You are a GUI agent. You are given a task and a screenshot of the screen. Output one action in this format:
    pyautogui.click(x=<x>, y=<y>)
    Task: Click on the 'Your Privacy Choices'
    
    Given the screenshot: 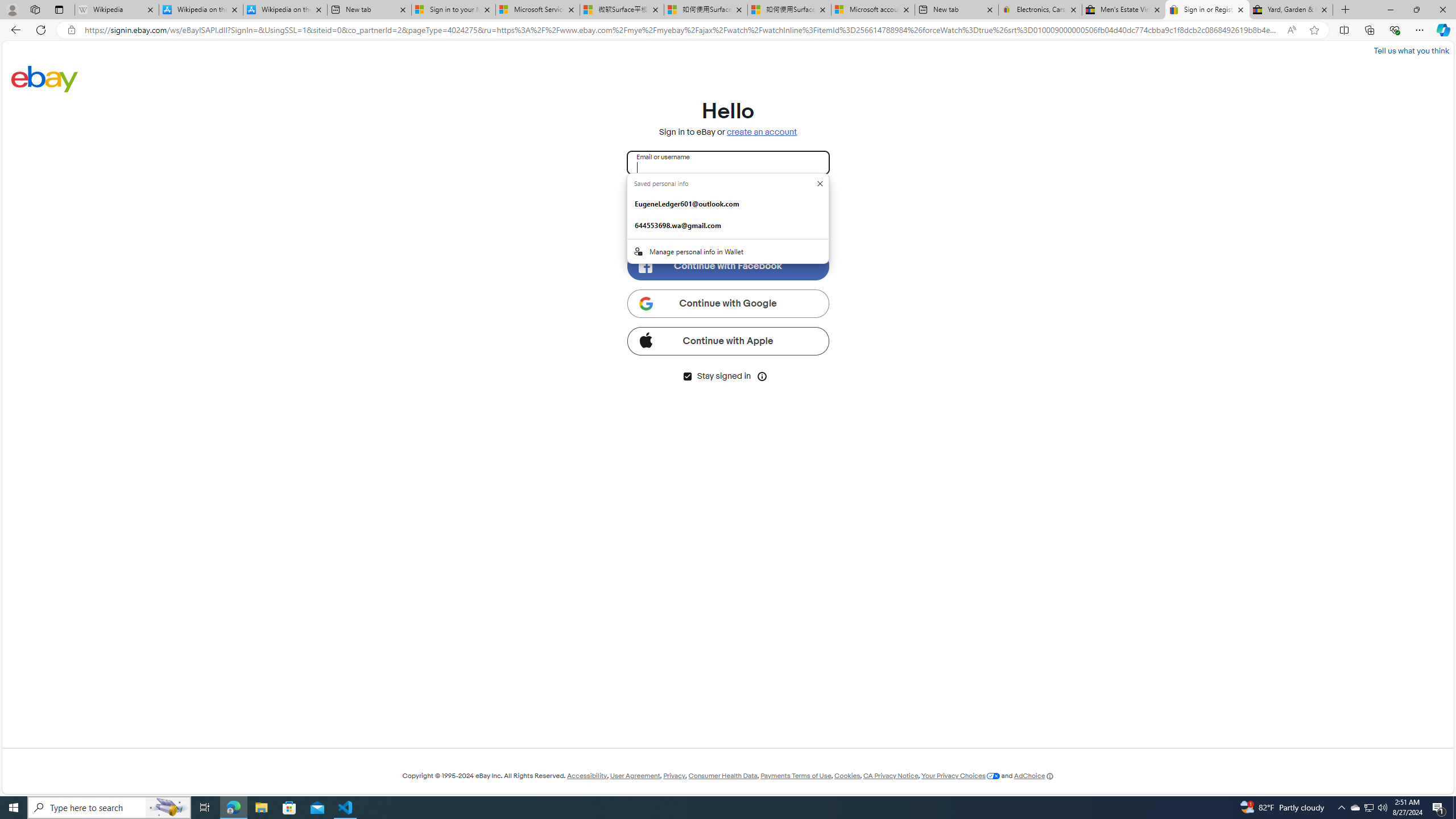 What is the action you would take?
    pyautogui.click(x=960, y=775)
    